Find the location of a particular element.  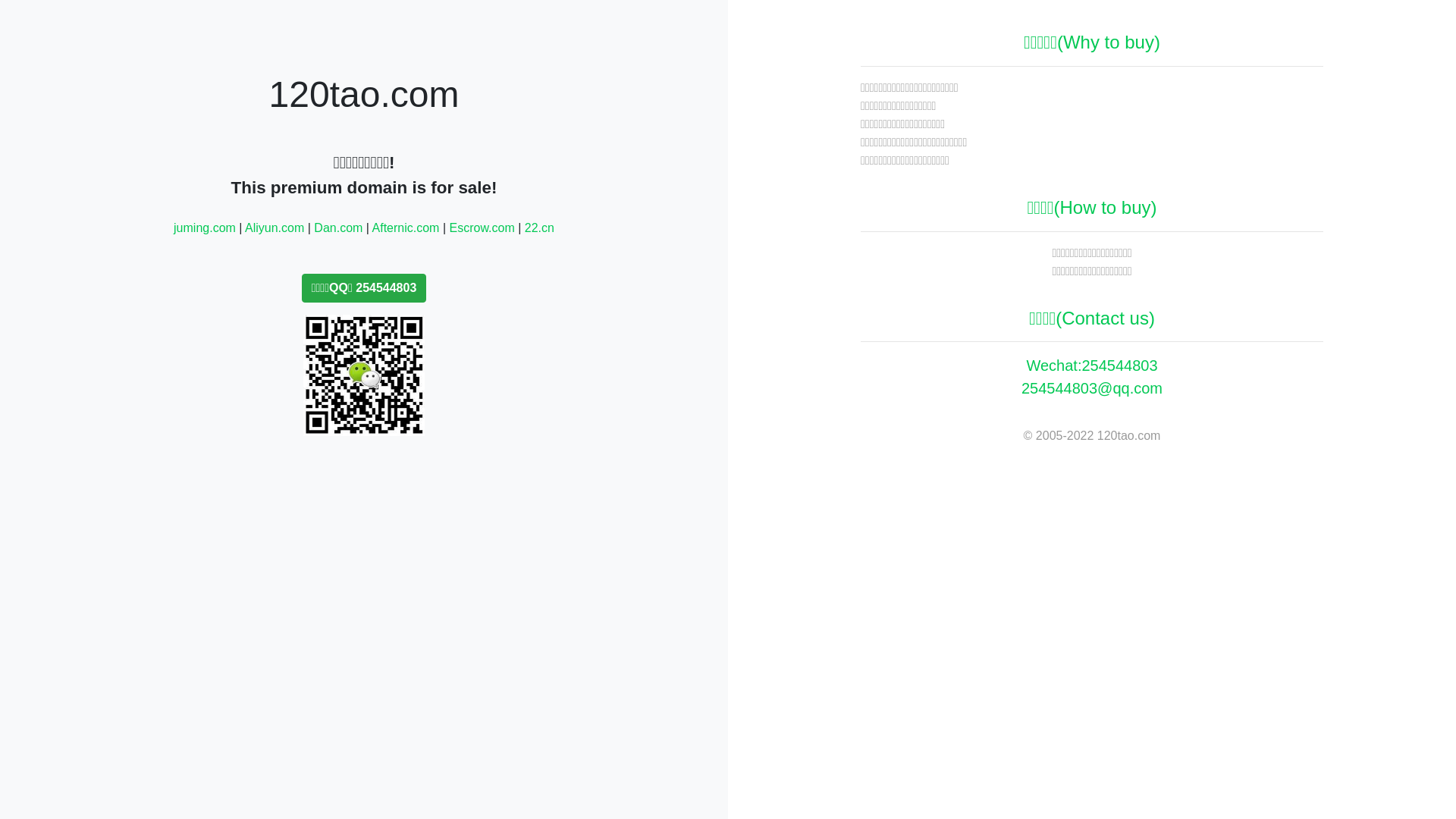

'Escrow.com' is located at coordinates (480, 227).